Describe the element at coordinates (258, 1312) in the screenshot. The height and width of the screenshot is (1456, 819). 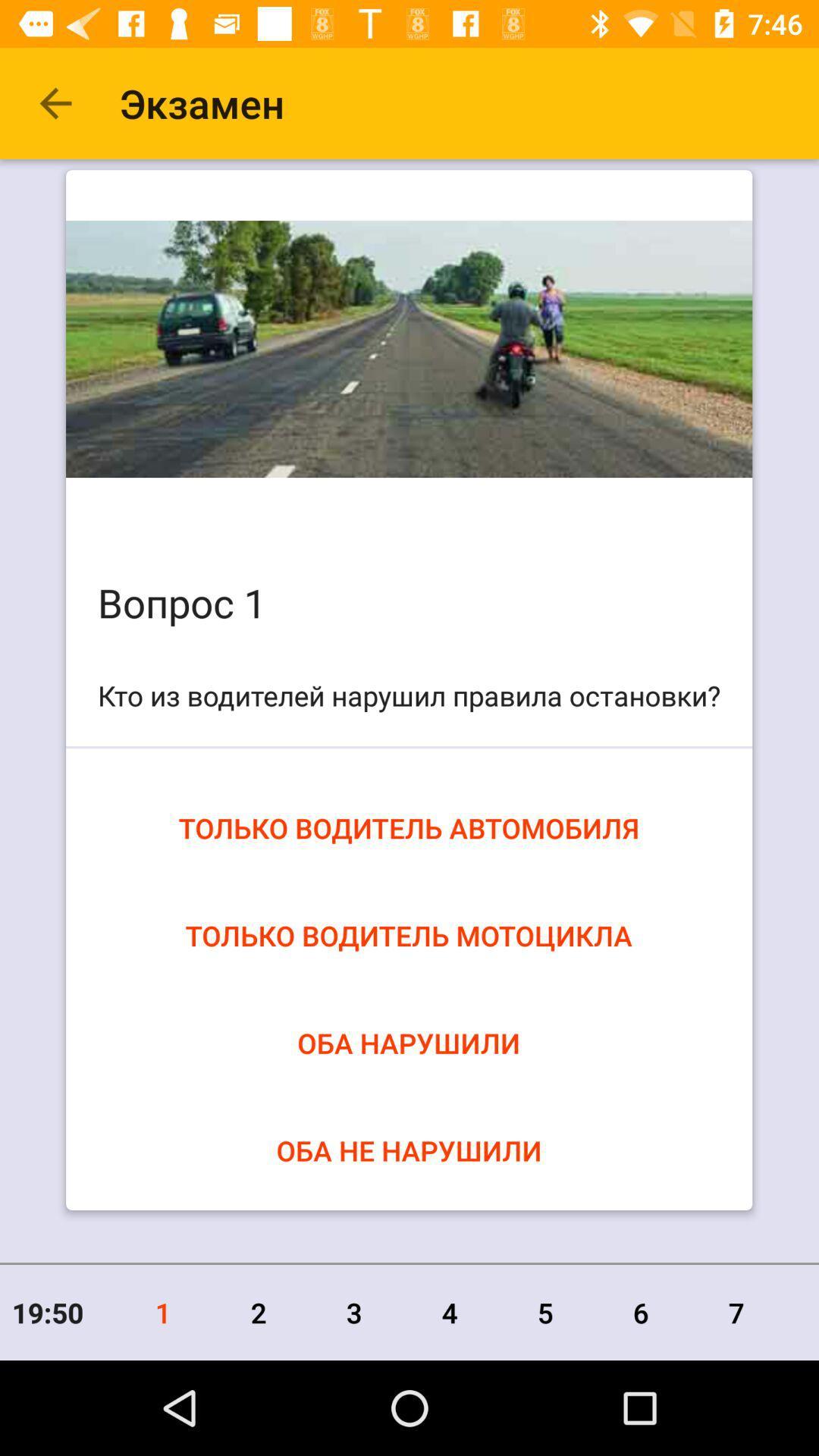
I see `the item next to 3 icon` at that location.